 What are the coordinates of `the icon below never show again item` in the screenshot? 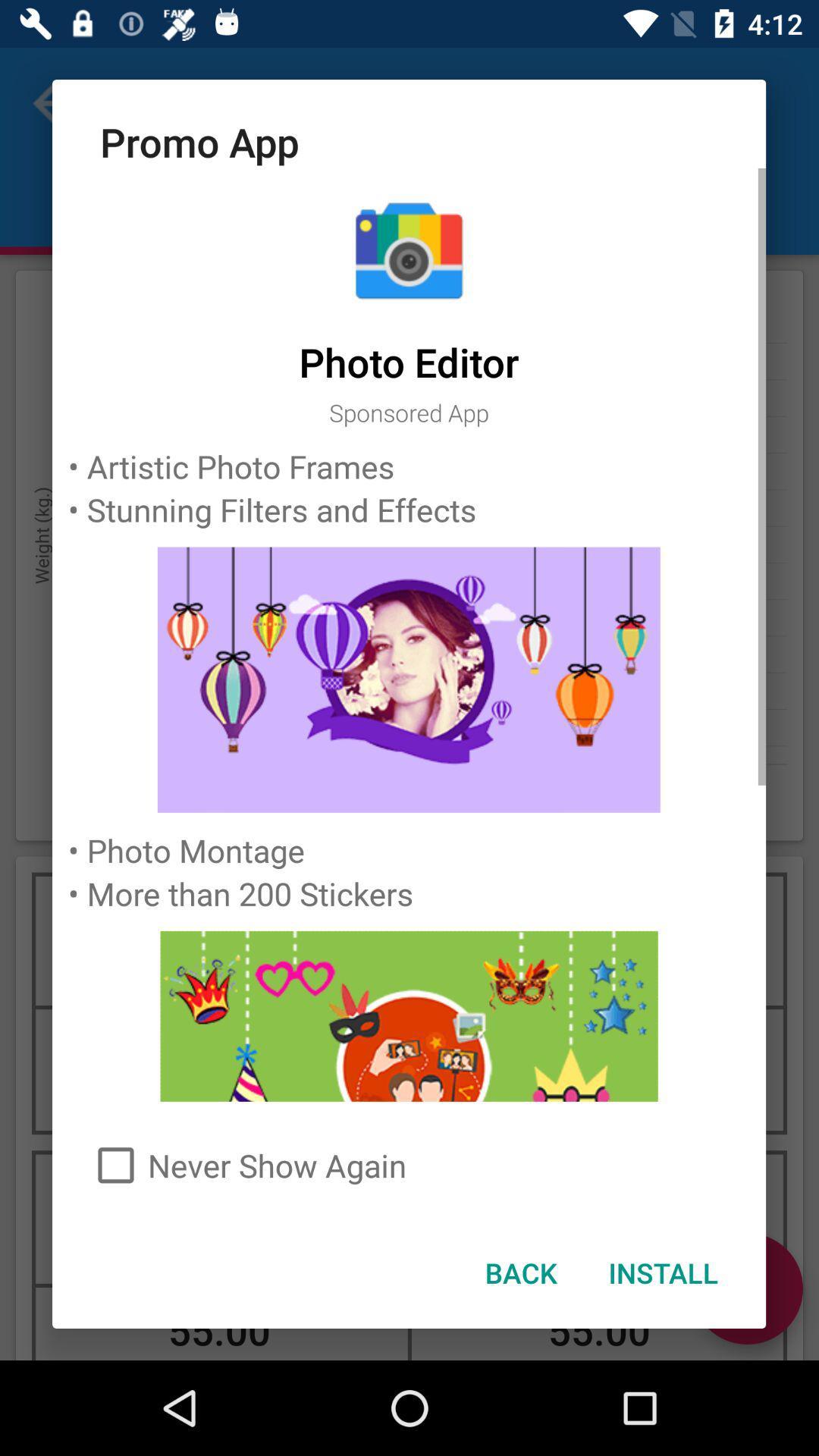 It's located at (519, 1272).